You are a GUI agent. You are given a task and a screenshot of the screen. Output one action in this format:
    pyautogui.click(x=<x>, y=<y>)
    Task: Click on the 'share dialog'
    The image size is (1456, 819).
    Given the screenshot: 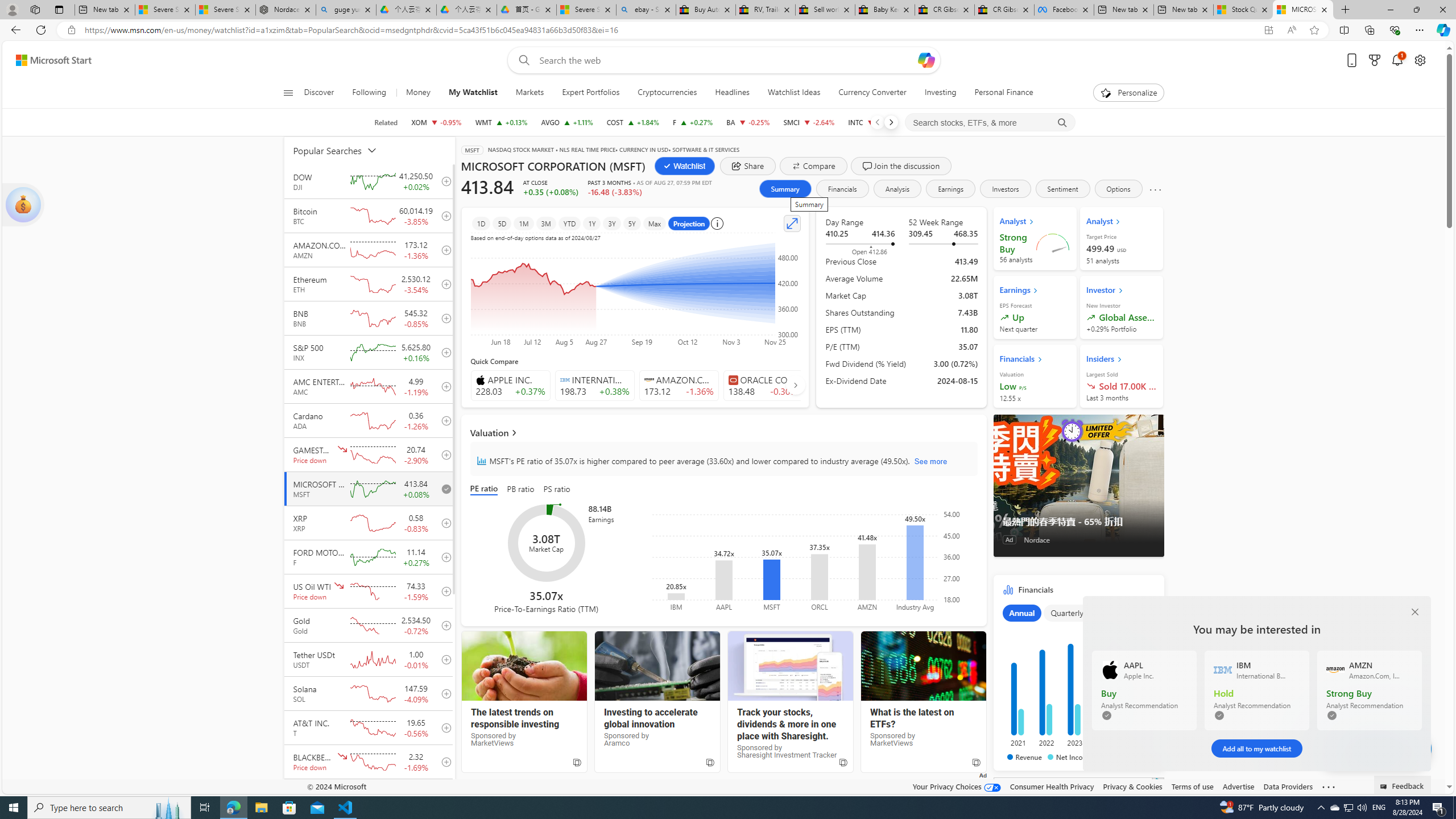 What is the action you would take?
    pyautogui.click(x=747, y=166)
    